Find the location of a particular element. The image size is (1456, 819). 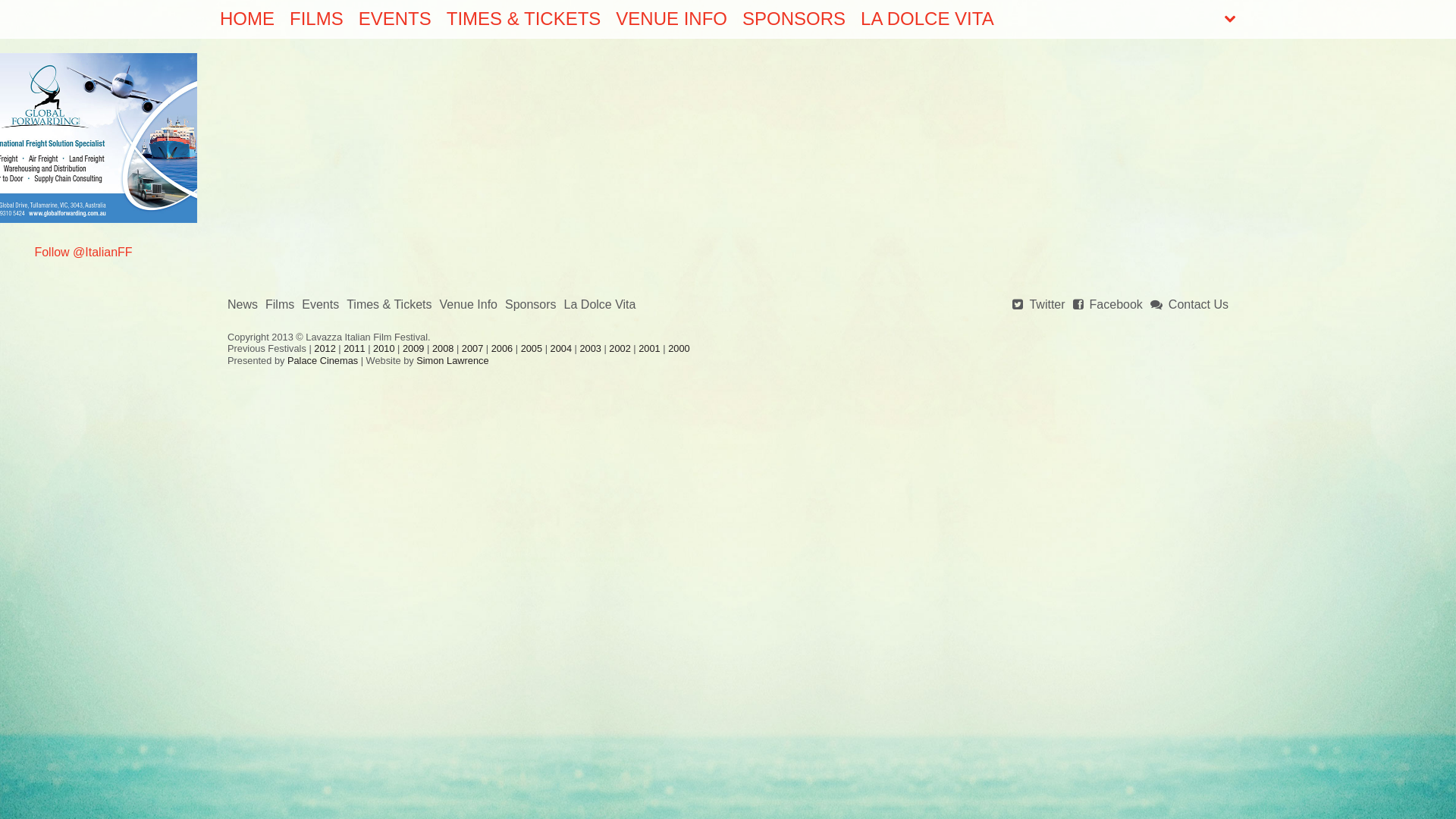

'2011' is located at coordinates (353, 348).